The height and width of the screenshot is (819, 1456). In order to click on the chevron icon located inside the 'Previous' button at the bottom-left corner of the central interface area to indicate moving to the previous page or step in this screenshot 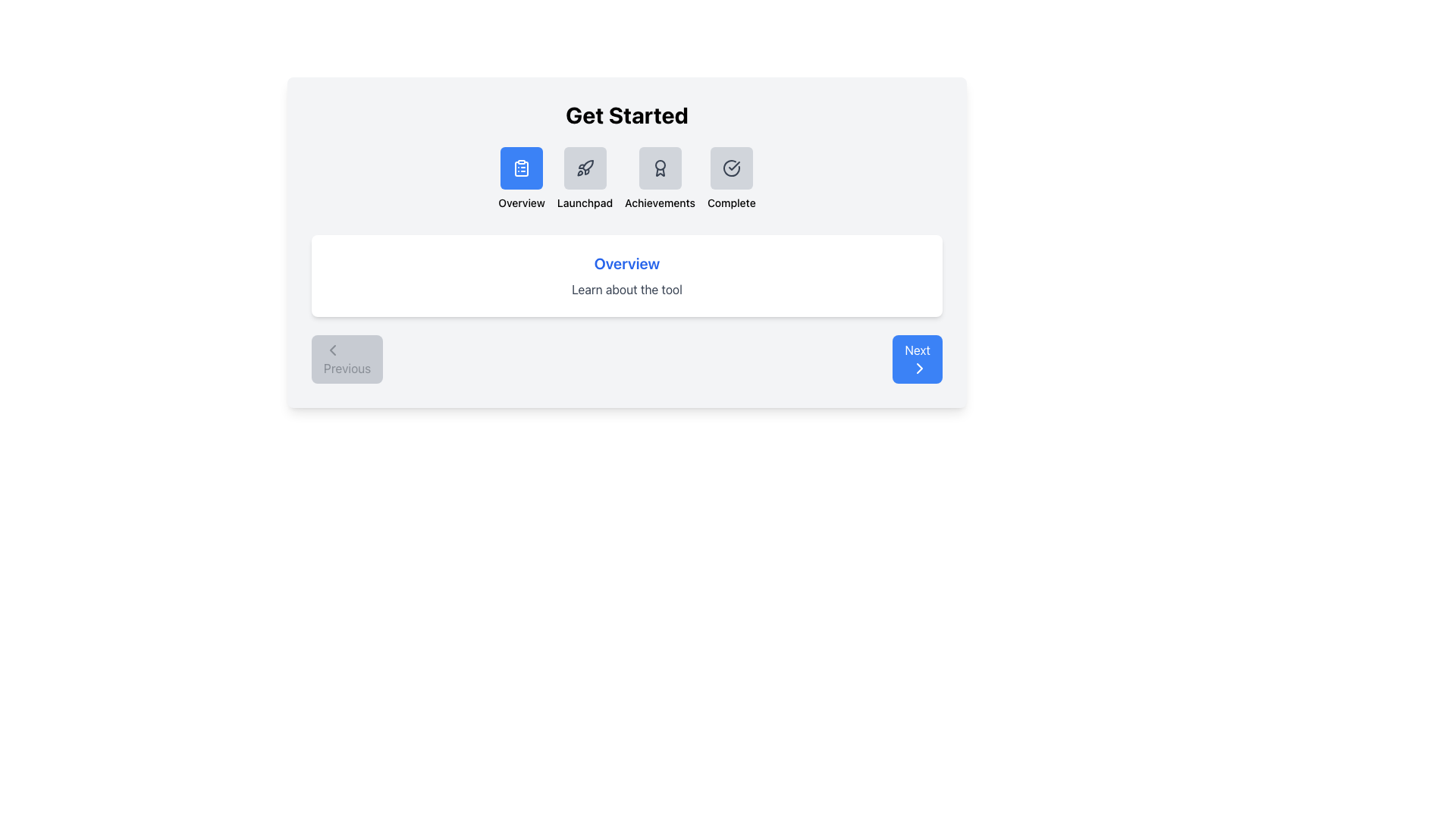, I will do `click(331, 350)`.